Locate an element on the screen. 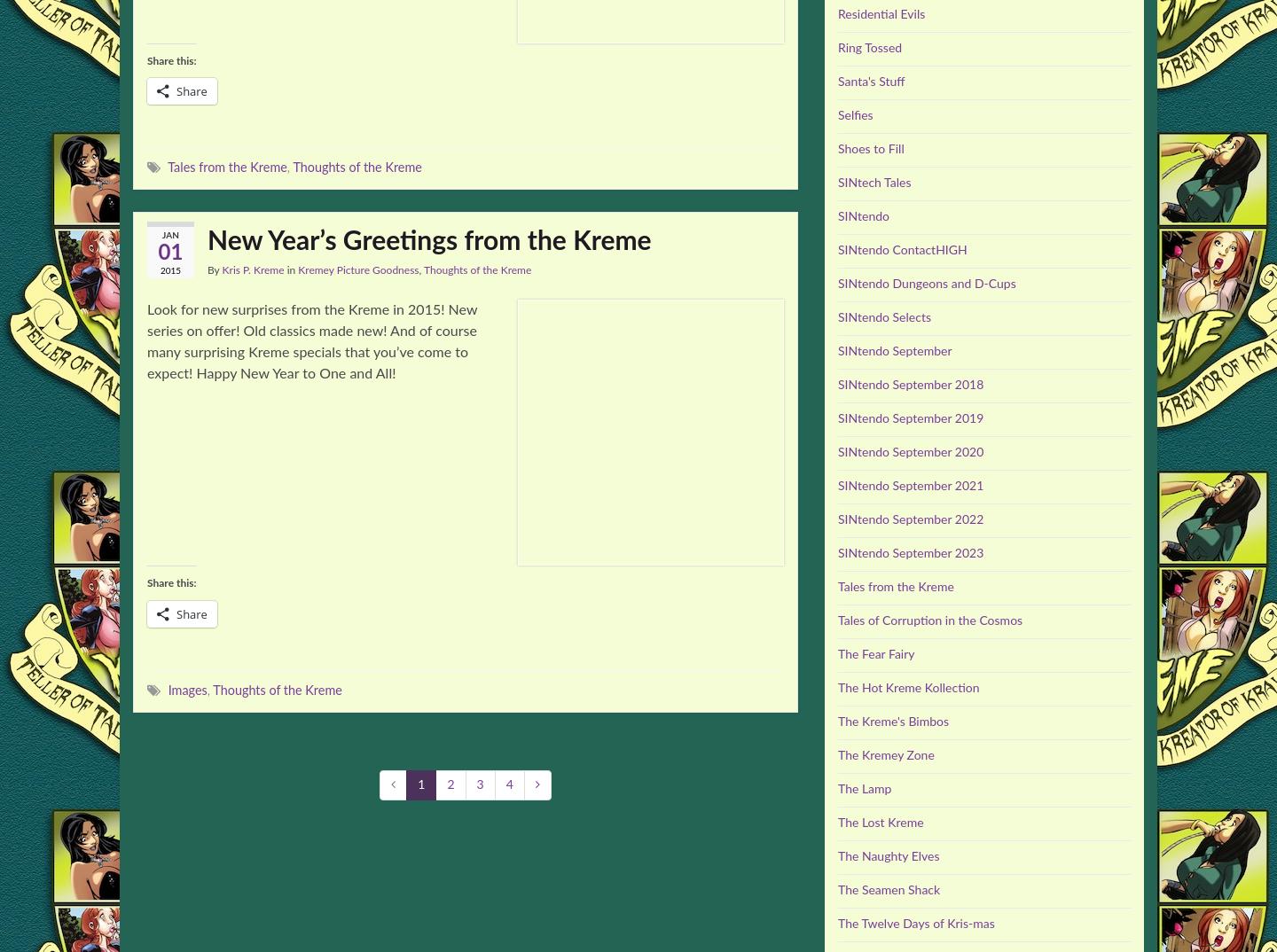  'Selfies' is located at coordinates (854, 115).